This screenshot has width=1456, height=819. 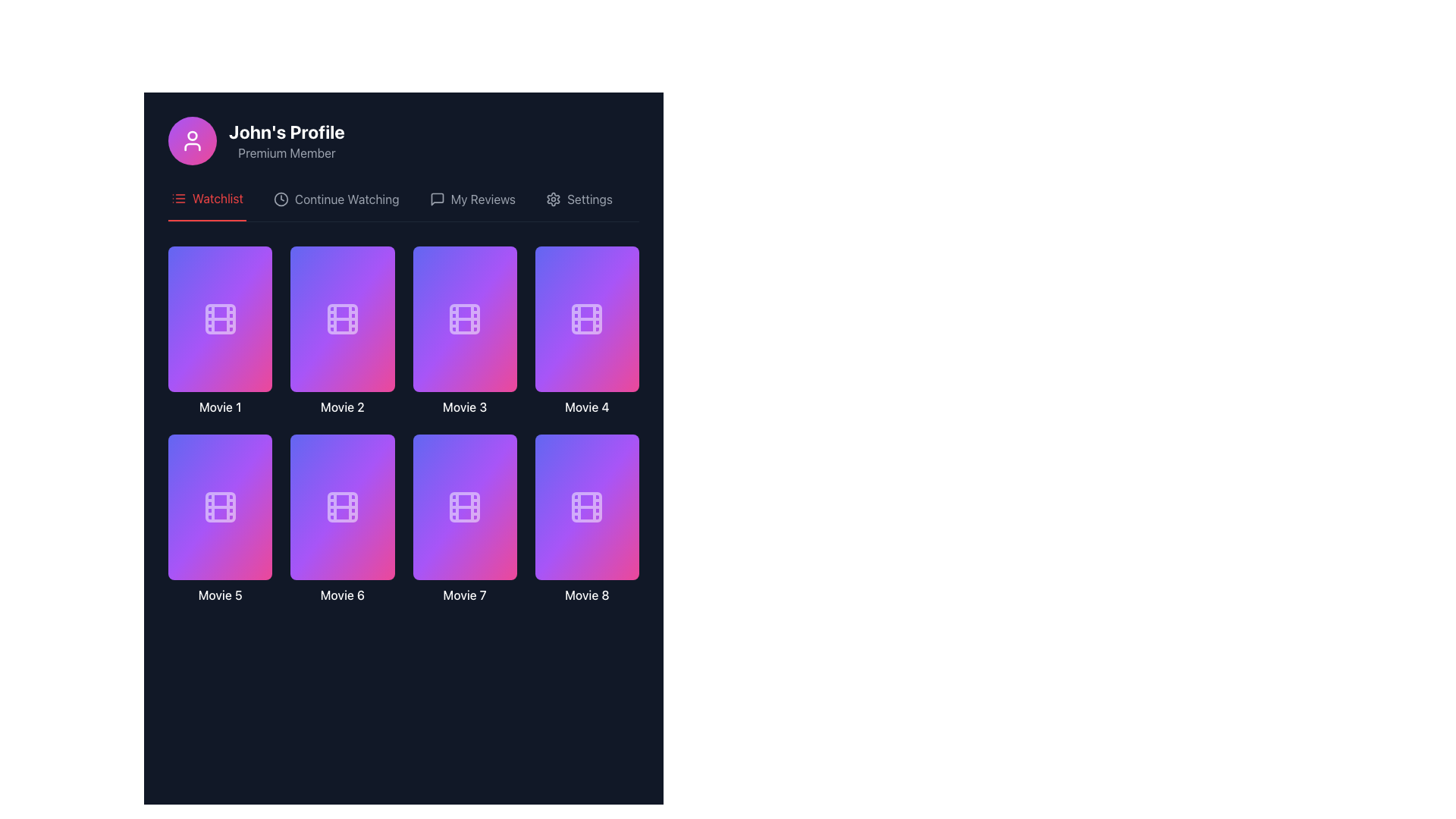 I want to click on the rectangular icon with rounded corners located in the 'Movie 6' card within the grid layout of movie items, so click(x=341, y=507).